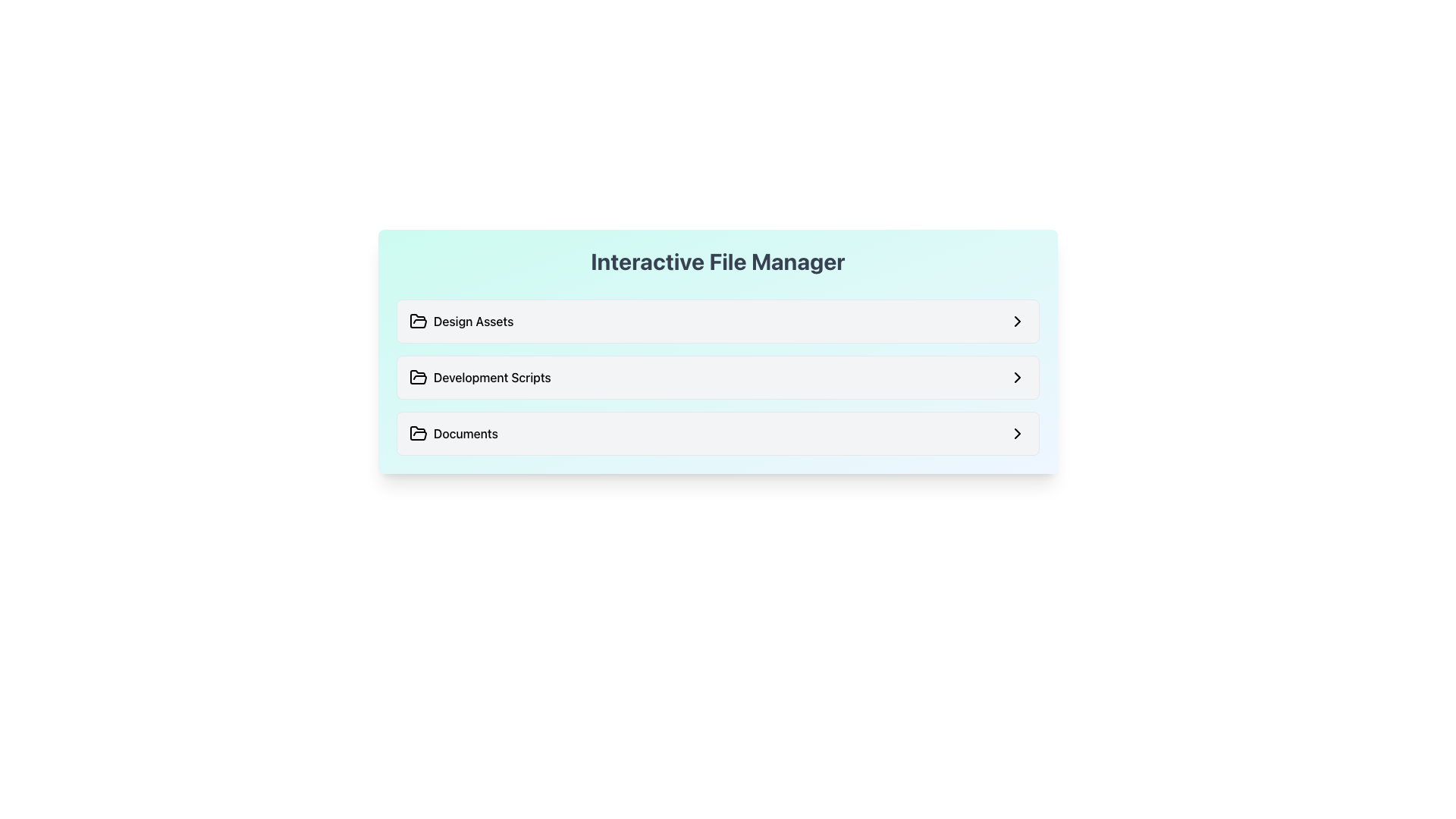  Describe the element at coordinates (1018, 433) in the screenshot. I see `the chevron-right icon located at the far right of the 'Documents' section, which is styled as a card and aligned with the text label 'Documents'` at that location.